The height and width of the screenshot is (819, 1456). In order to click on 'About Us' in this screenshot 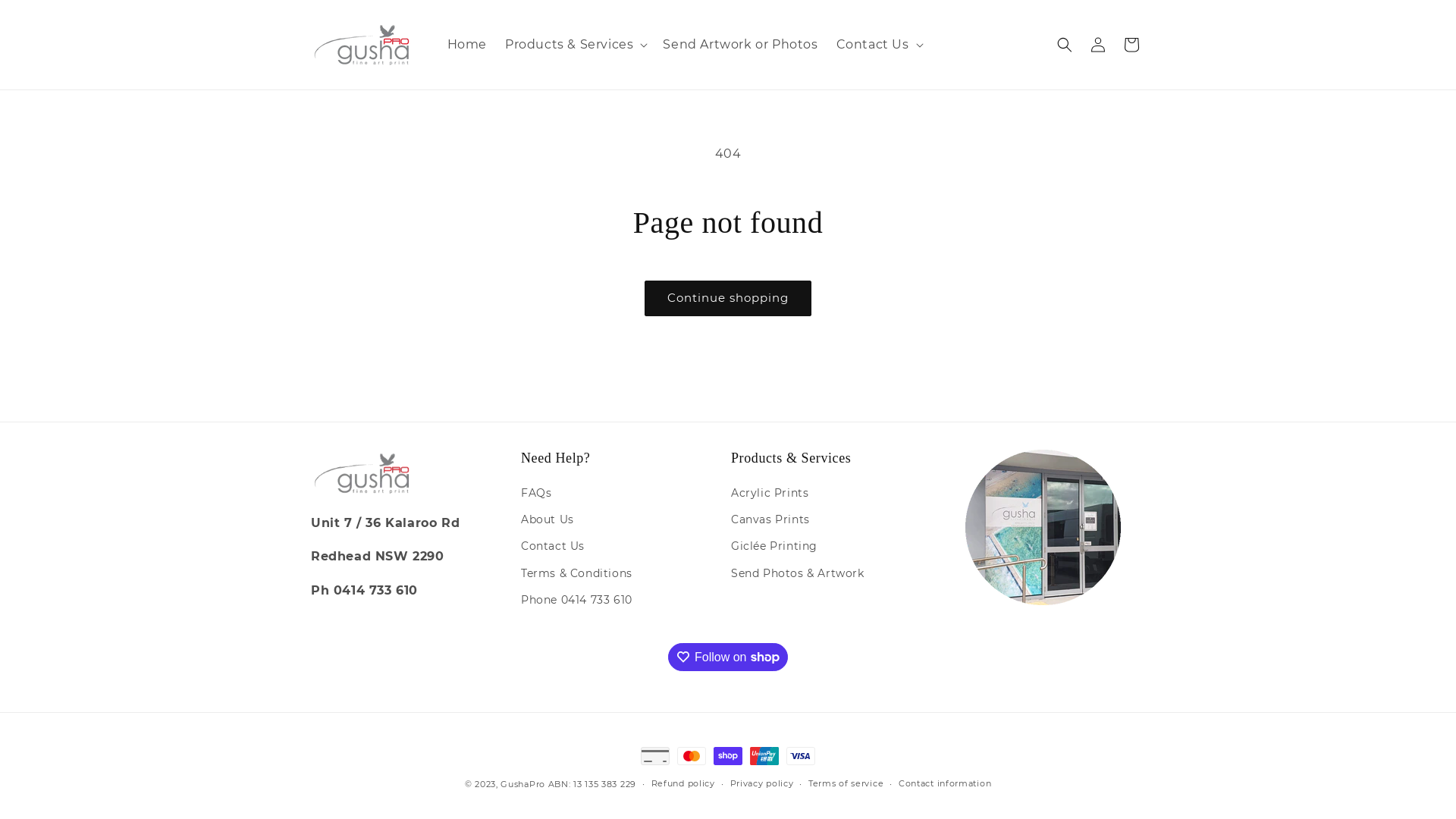, I will do `click(546, 519)`.